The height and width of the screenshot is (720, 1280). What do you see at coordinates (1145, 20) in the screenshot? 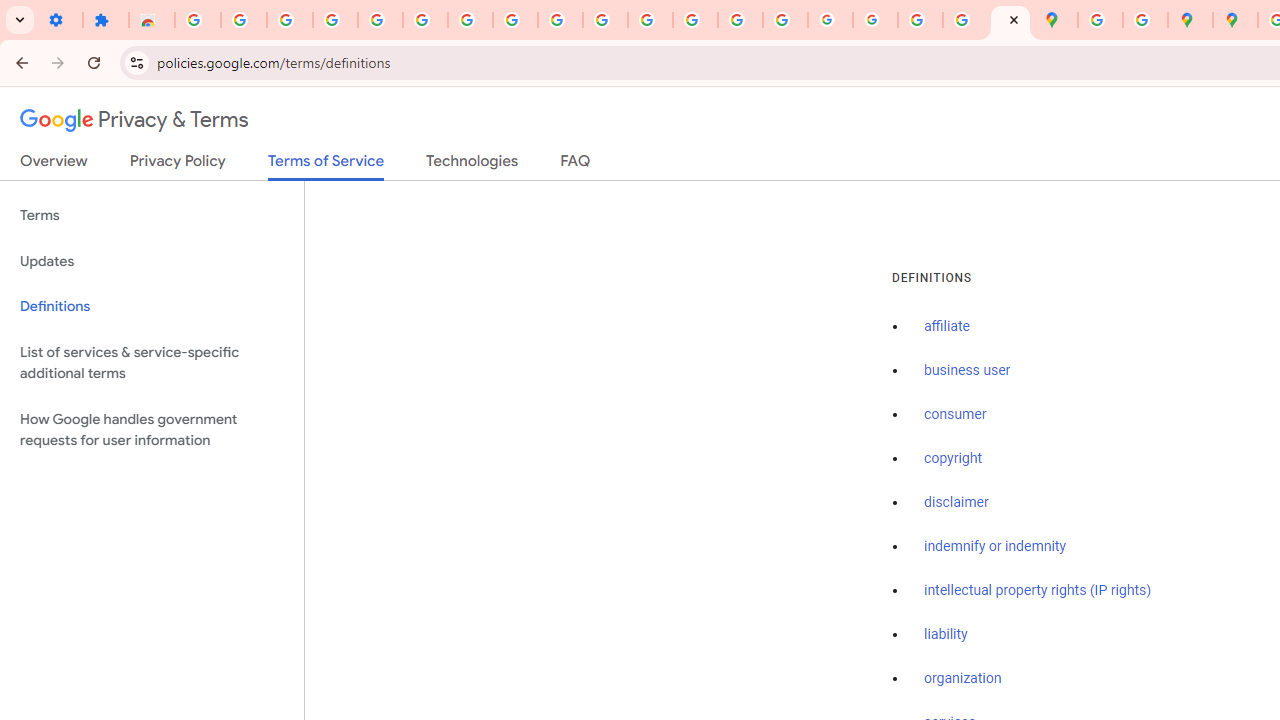
I see `'Safety in Our Products - Google Safety Center'` at bounding box center [1145, 20].